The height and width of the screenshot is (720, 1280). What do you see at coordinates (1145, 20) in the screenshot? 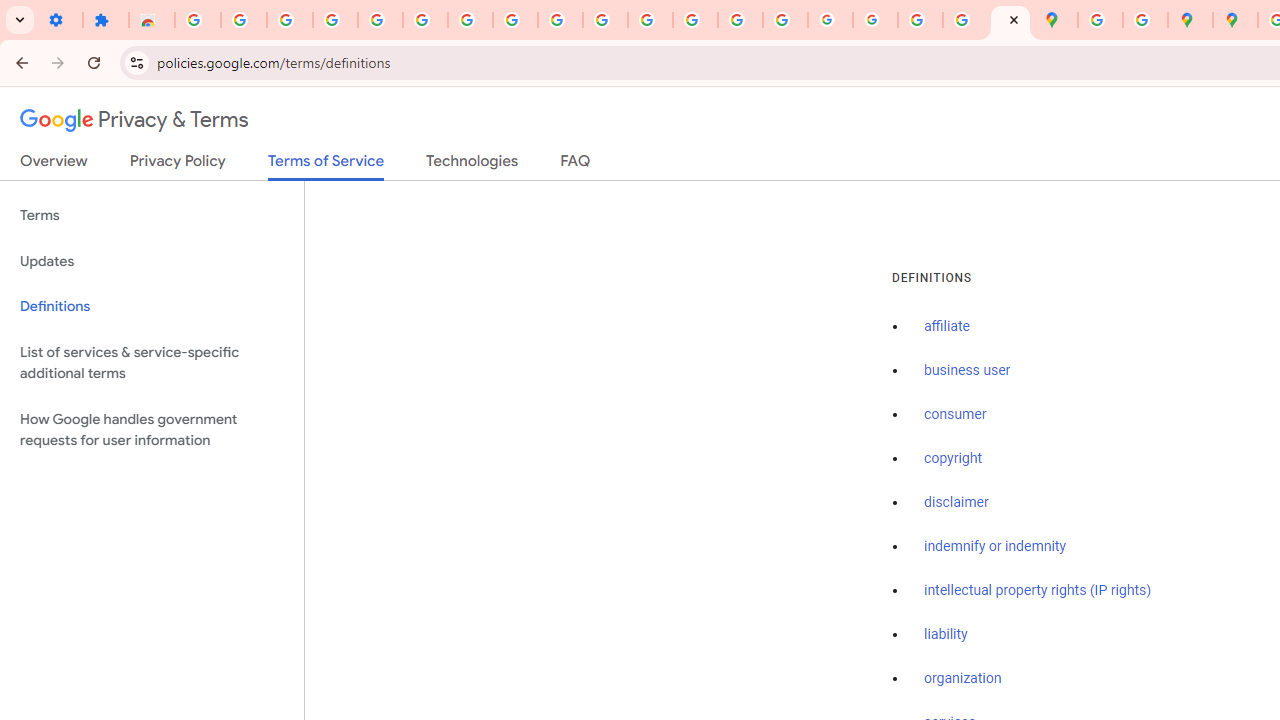
I see `'Safety in Our Products - Google Safety Center'` at bounding box center [1145, 20].